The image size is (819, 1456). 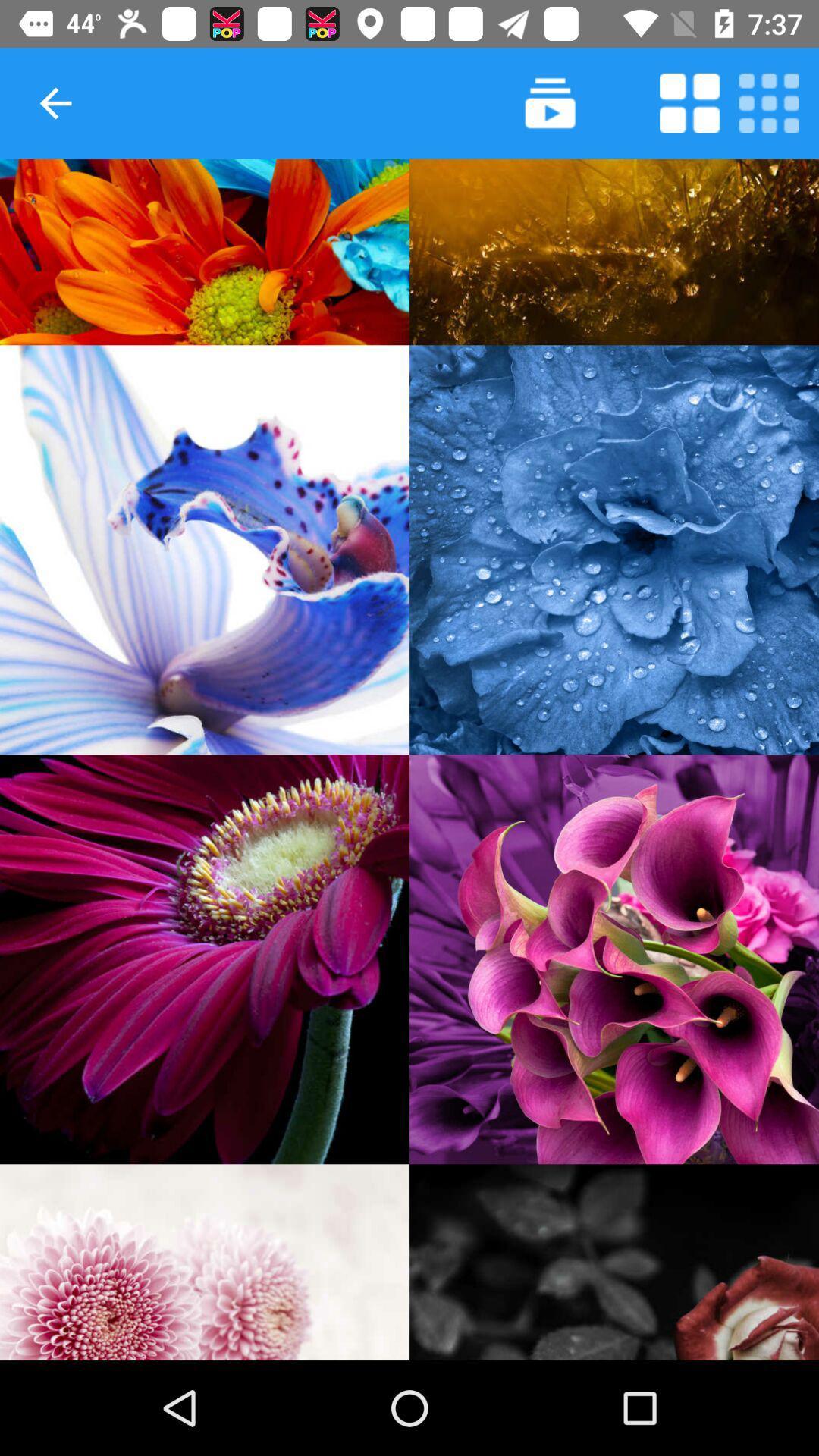 I want to click on purpose, so click(x=689, y=102).